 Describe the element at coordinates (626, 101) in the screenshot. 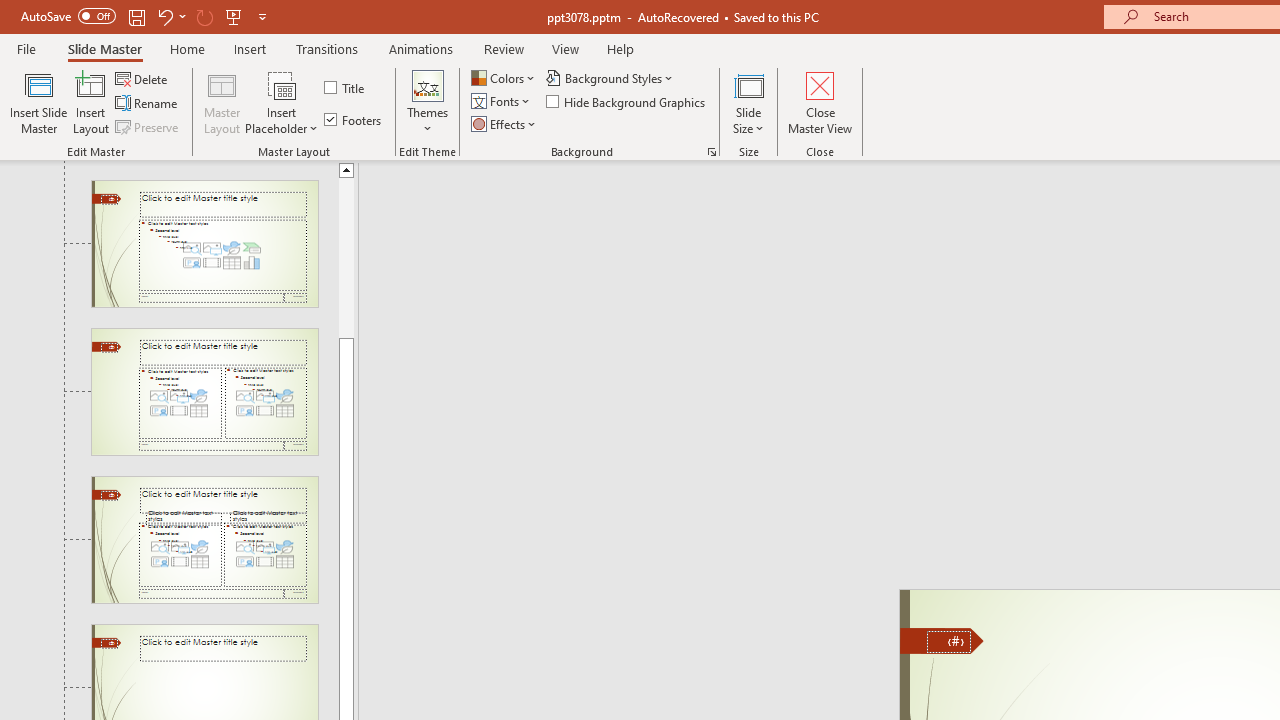

I see `'Hide Background Graphics'` at that location.